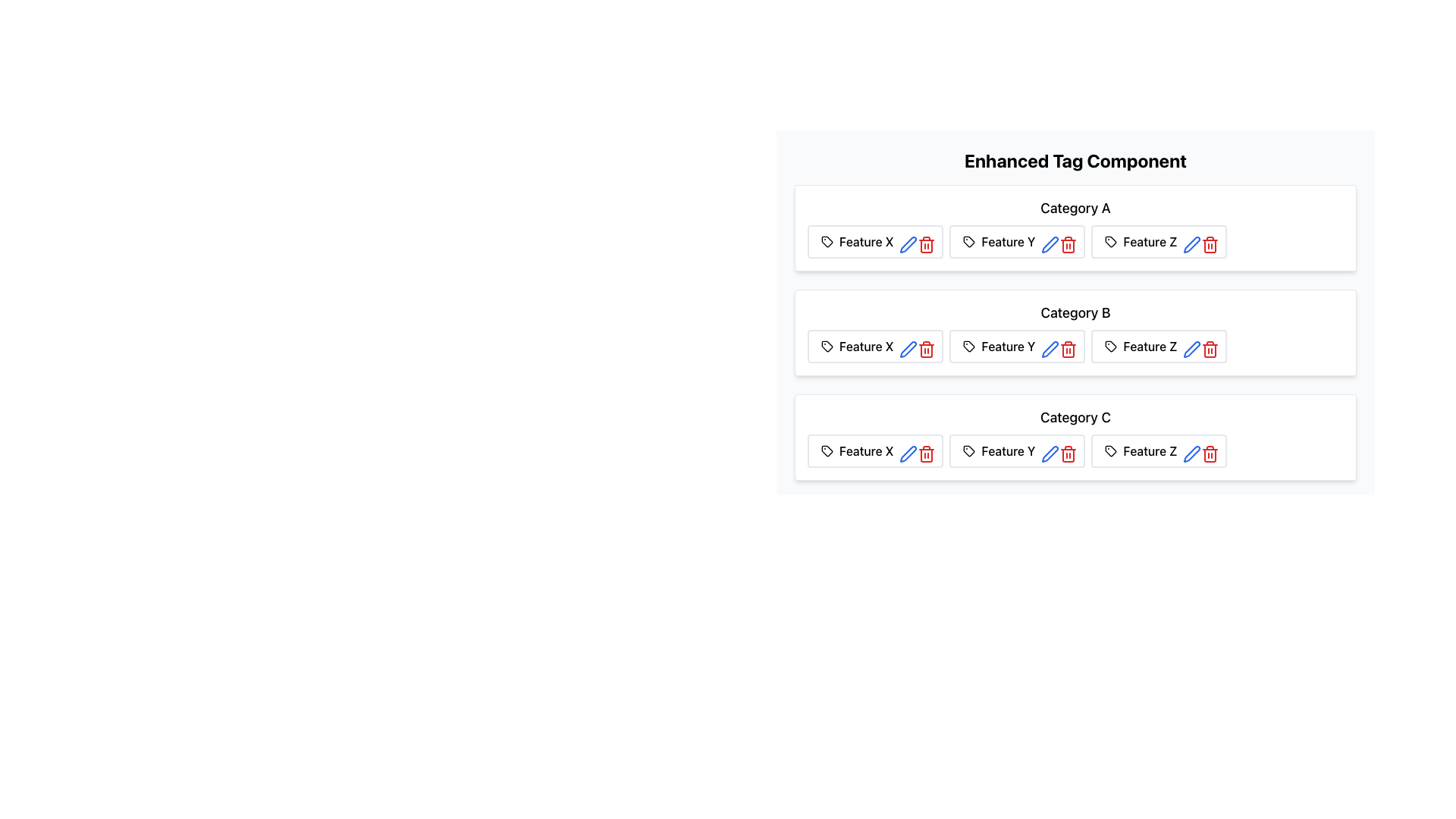 This screenshot has width=1456, height=819. Describe the element at coordinates (968, 346) in the screenshot. I see `the yellow tag icon with a small dot inside it, located in the 'Feature Y' group under 'Category B'` at that location.